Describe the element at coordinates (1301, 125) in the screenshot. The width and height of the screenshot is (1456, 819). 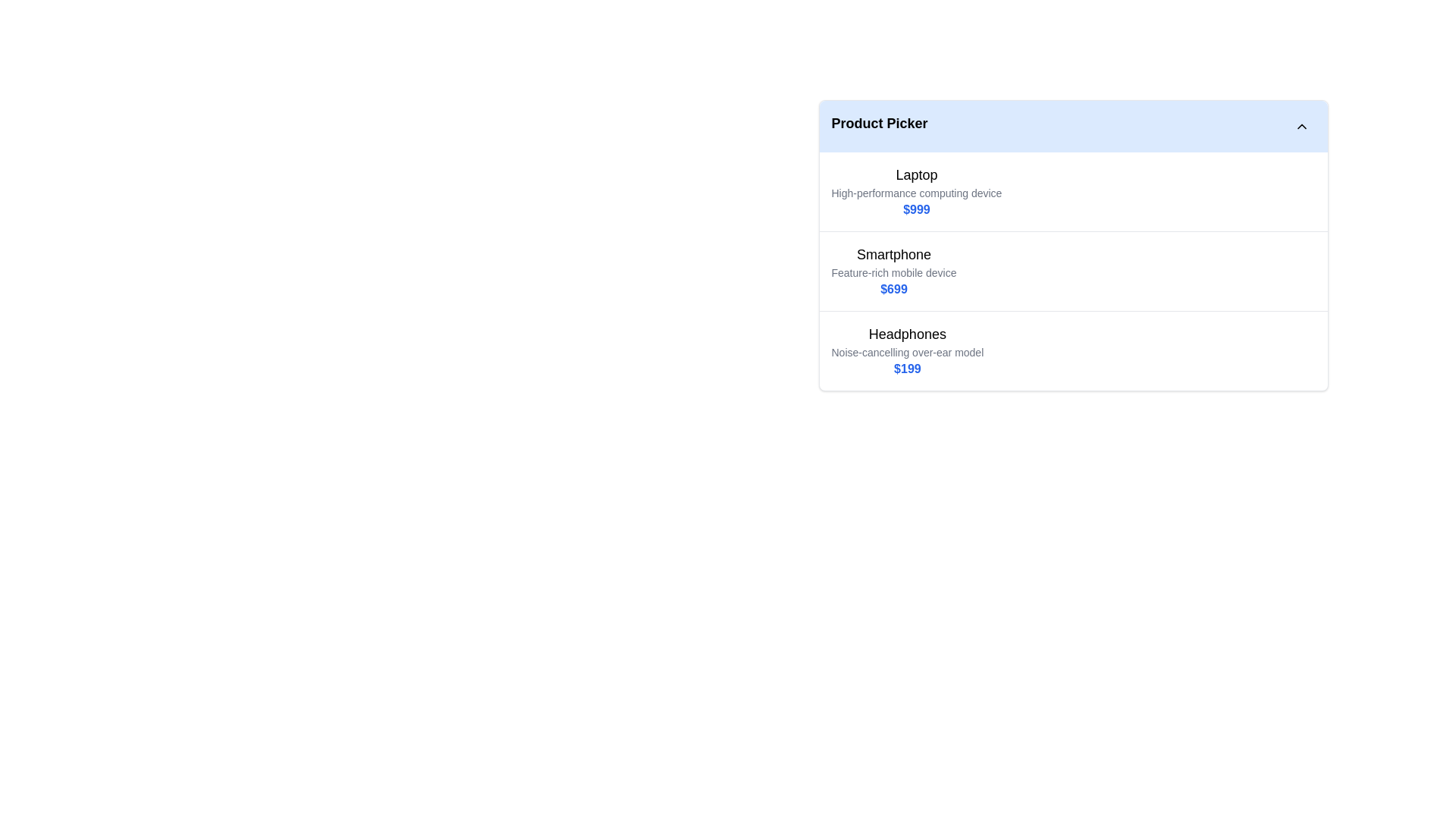
I see `the icon inside the rounded button in the top-right corner of the blue header section of the 'Product Picker' content card` at that location.